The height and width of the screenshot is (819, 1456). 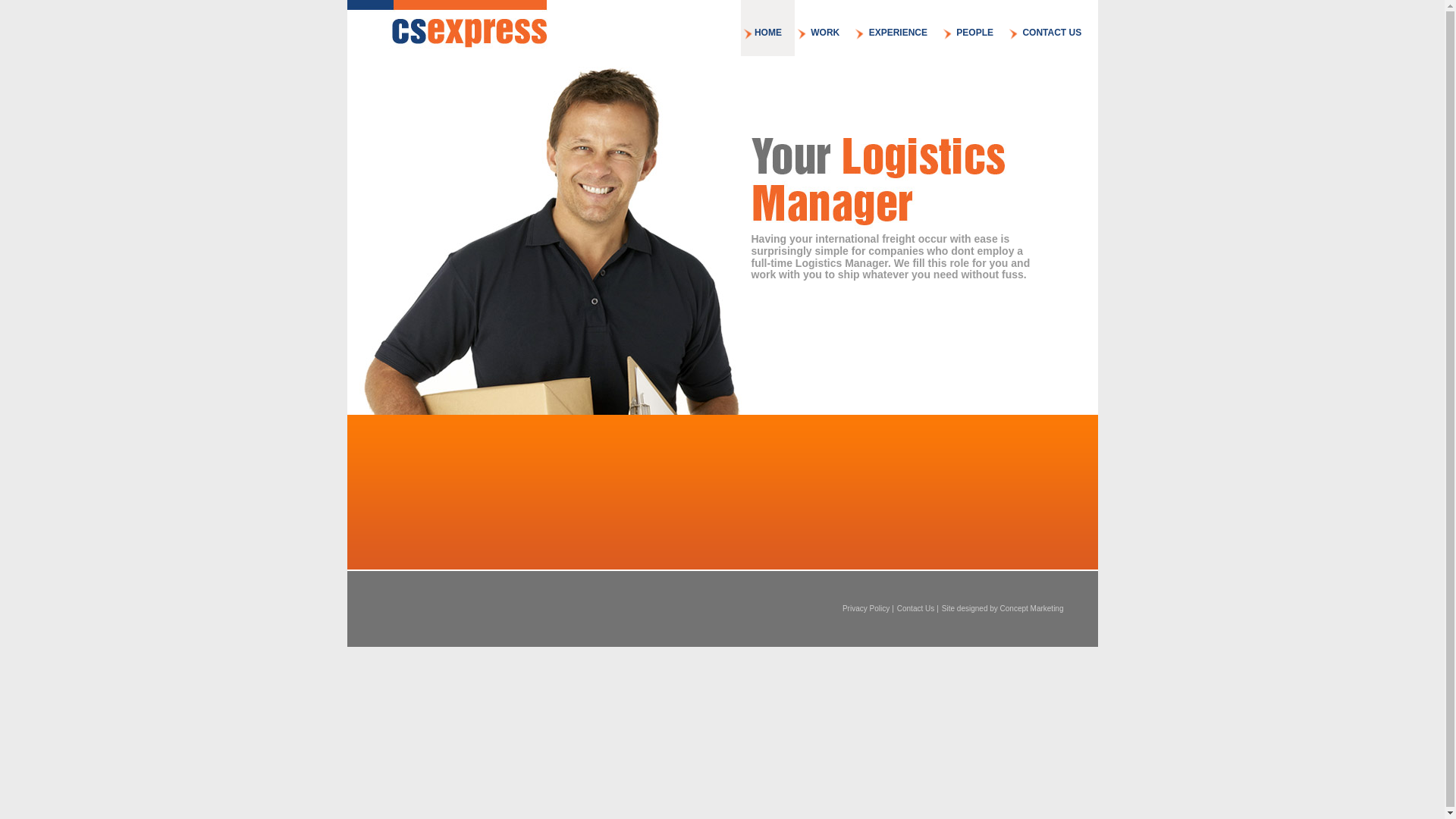 What do you see at coordinates (866, 607) in the screenshot?
I see `'Privacy Policy'` at bounding box center [866, 607].